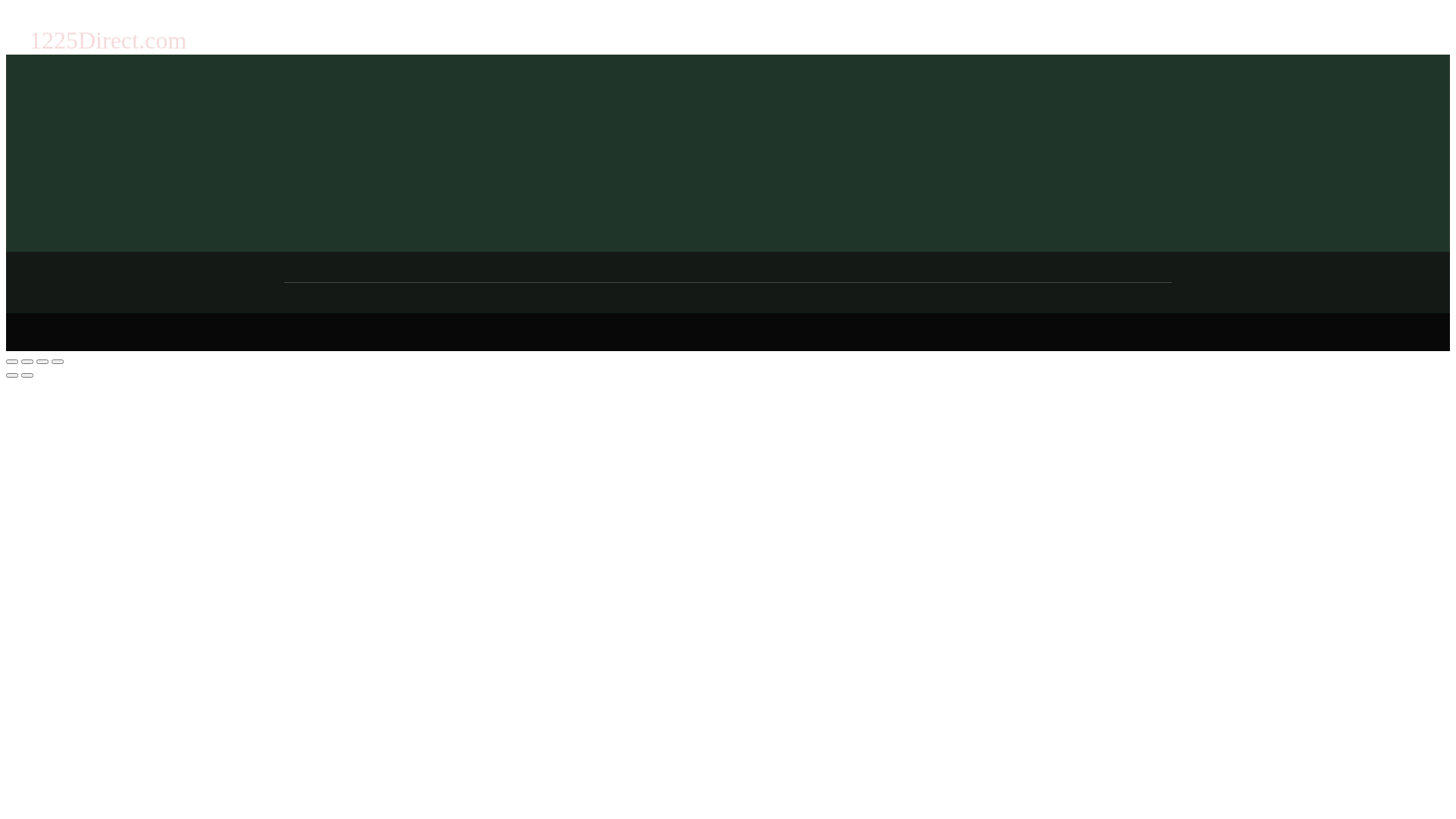  Describe the element at coordinates (27, 375) in the screenshot. I see `'Next (arrow right)'` at that location.